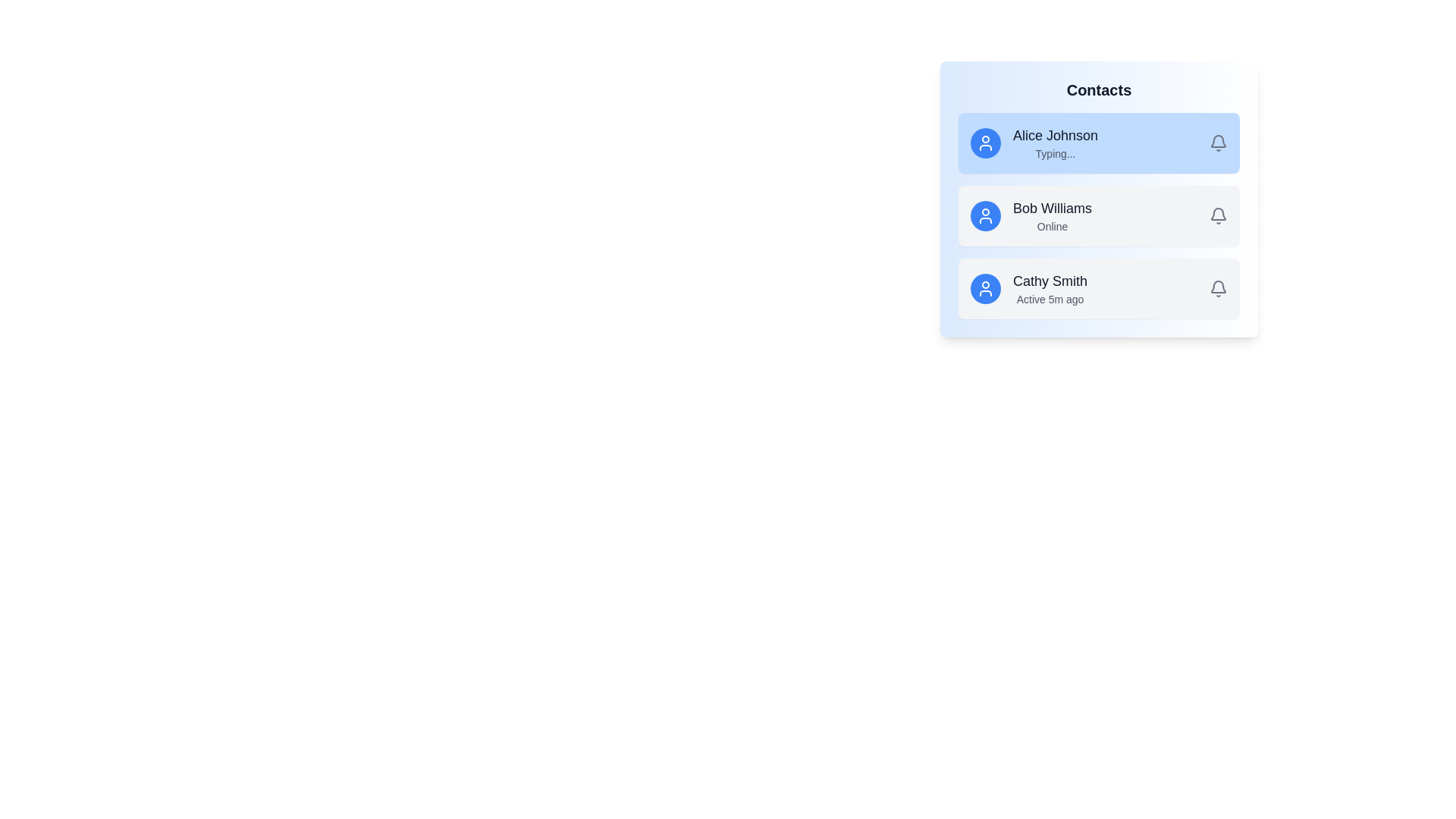  Describe the element at coordinates (1099, 289) in the screenshot. I see `the third list item displaying the profile picture of Cathy Smith with status 'Active 5m ago'` at that location.